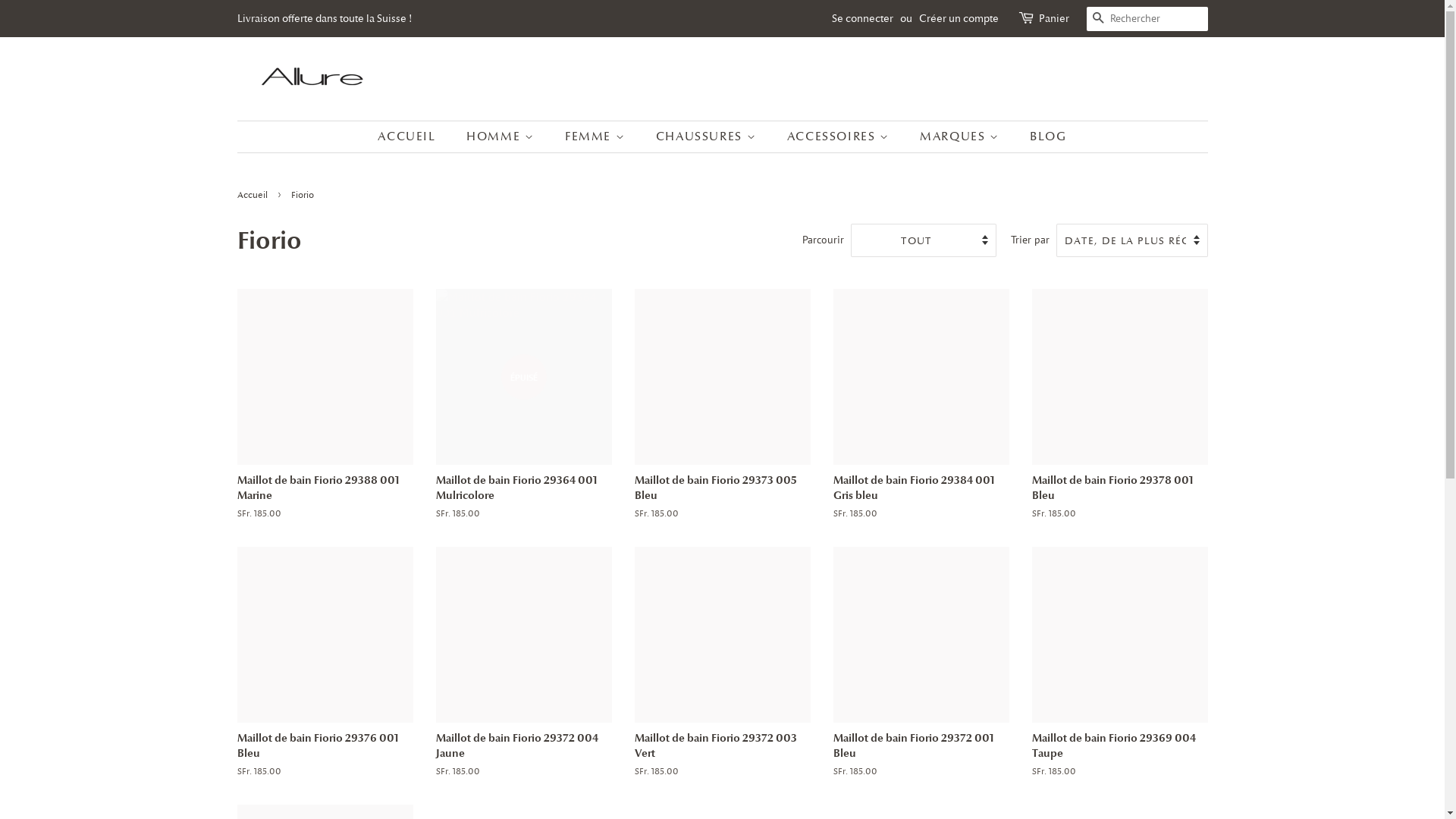  Describe the element at coordinates (1018, 136) in the screenshot. I see `'BLOG'` at that location.